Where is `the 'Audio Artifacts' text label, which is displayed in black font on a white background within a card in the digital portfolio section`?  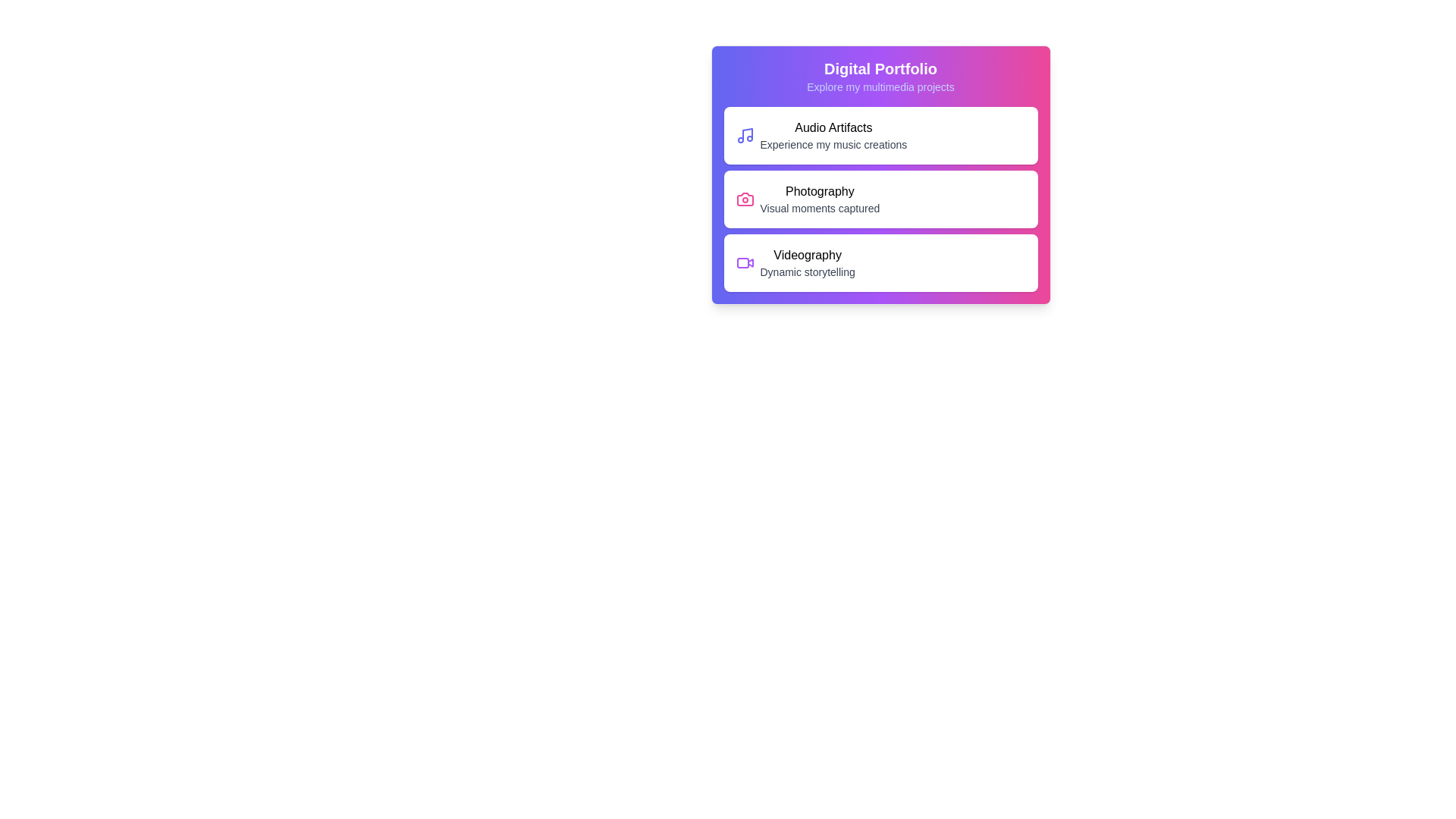
the 'Audio Artifacts' text label, which is displayed in black font on a white background within a card in the digital portfolio section is located at coordinates (833, 127).